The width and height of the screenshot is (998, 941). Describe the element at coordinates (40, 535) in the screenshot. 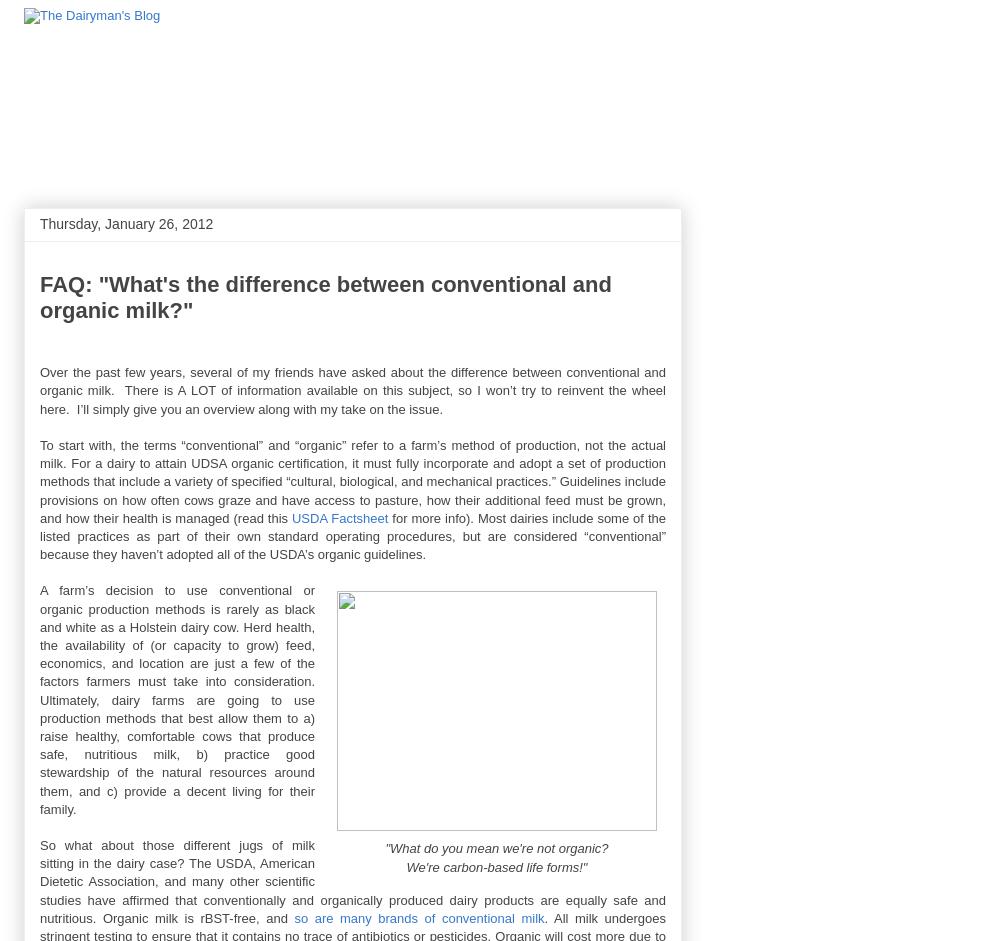

I see `'for more info). Most dairies
include some of the listed practices as part of their own standard operating procedures,
but are considered “conventional” because they haven’t adopted all of the USDA’s
organic guidelines.'` at that location.